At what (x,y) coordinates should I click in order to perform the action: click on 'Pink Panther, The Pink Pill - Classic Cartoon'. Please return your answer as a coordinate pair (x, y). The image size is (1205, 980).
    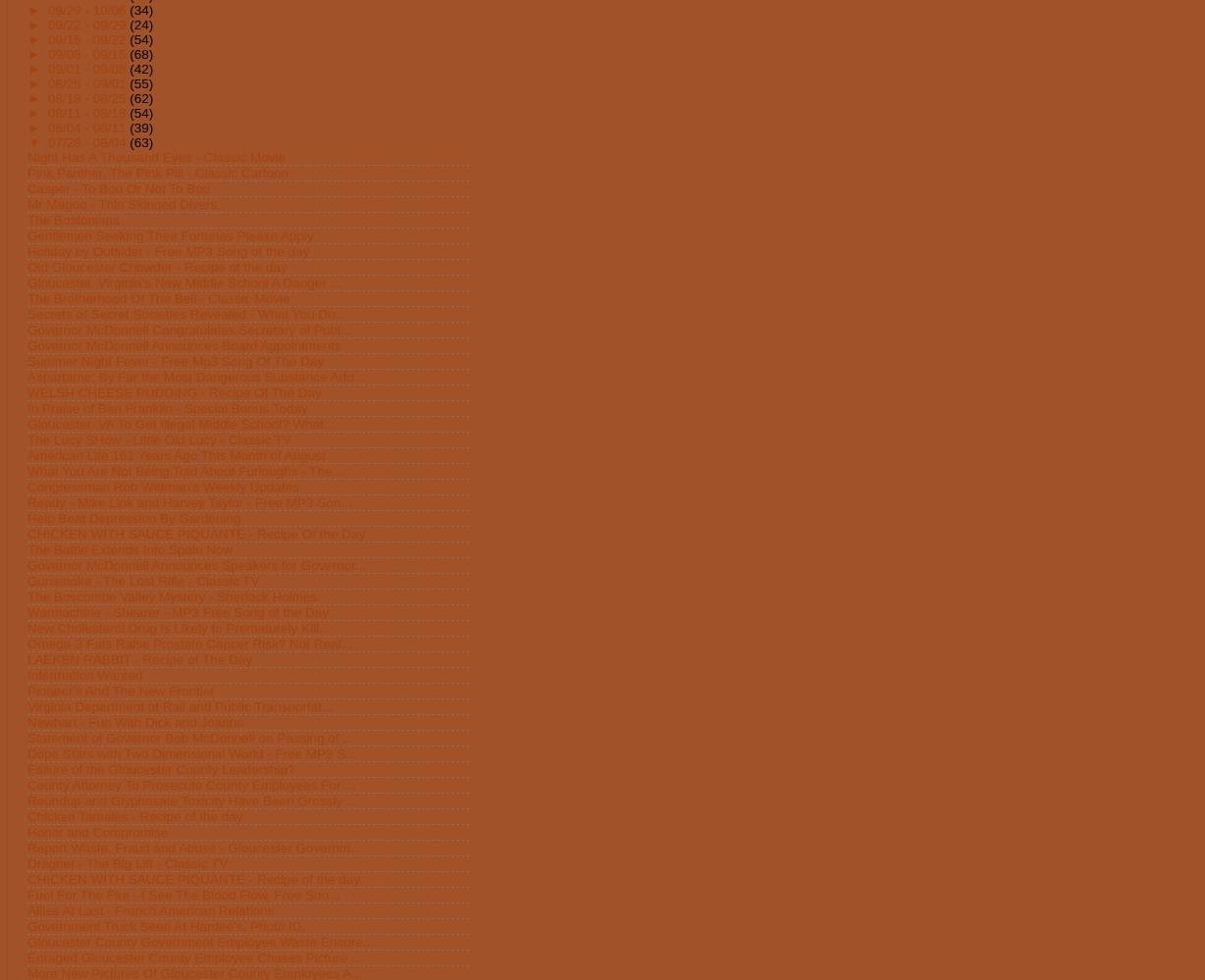
    Looking at the image, I should click on (156, 171).